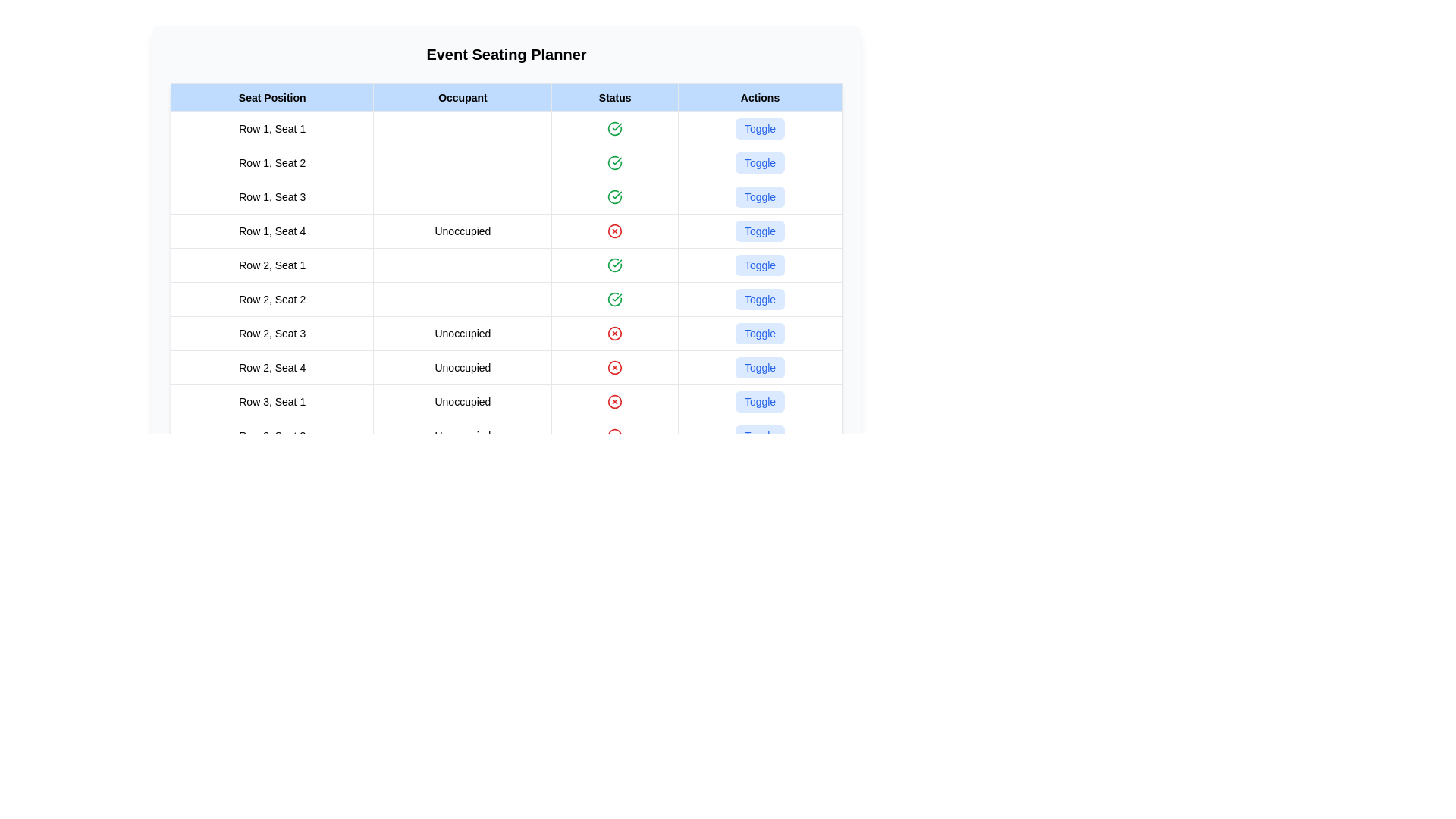  I want to click on the status icon in the 'Status' column of 'Row 3, Seat 1', which indicates an unavailable or unoccupied state, so click(615, 400).